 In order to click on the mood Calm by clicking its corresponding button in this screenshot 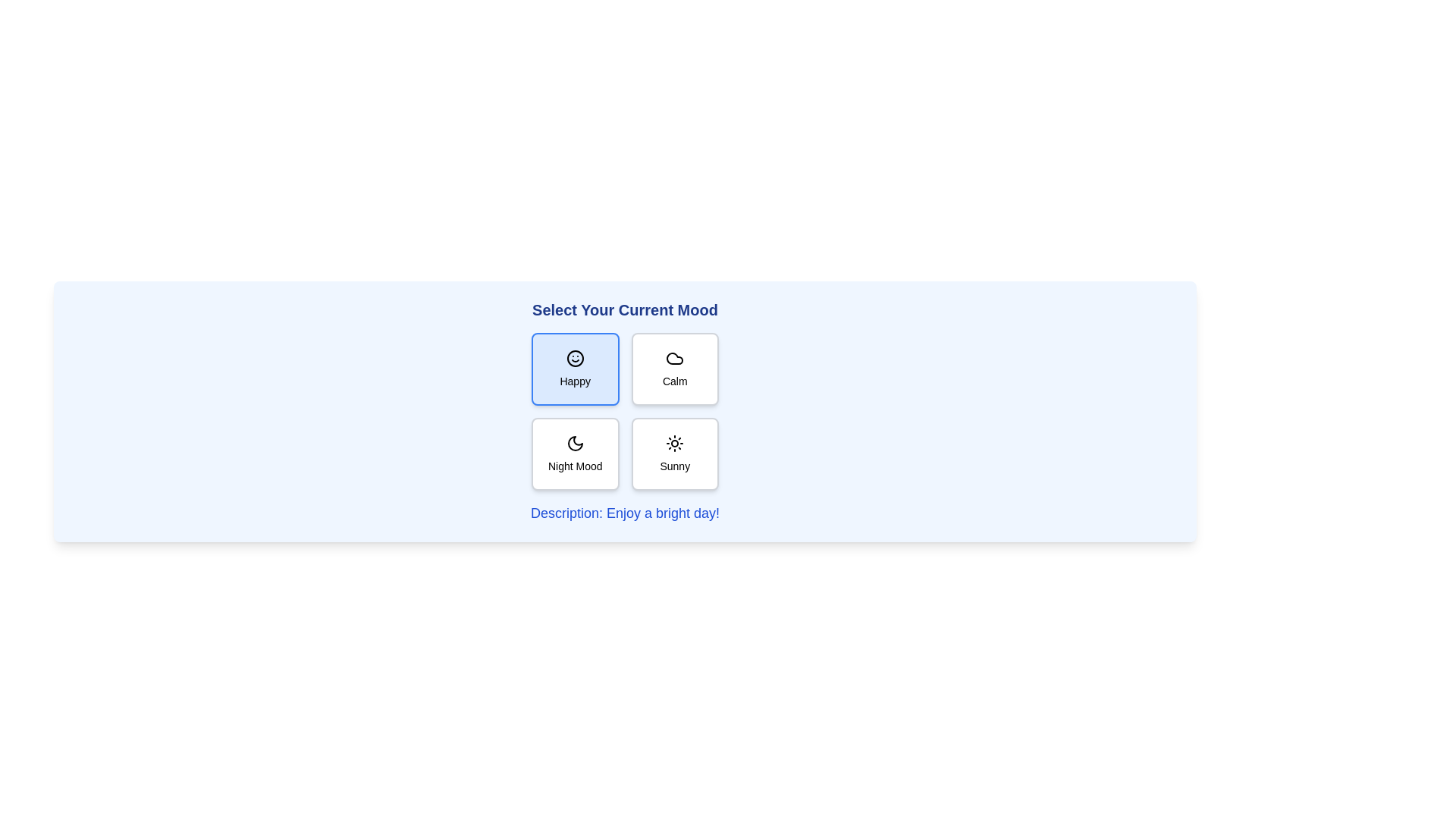, I will do `click(674, 369)`.